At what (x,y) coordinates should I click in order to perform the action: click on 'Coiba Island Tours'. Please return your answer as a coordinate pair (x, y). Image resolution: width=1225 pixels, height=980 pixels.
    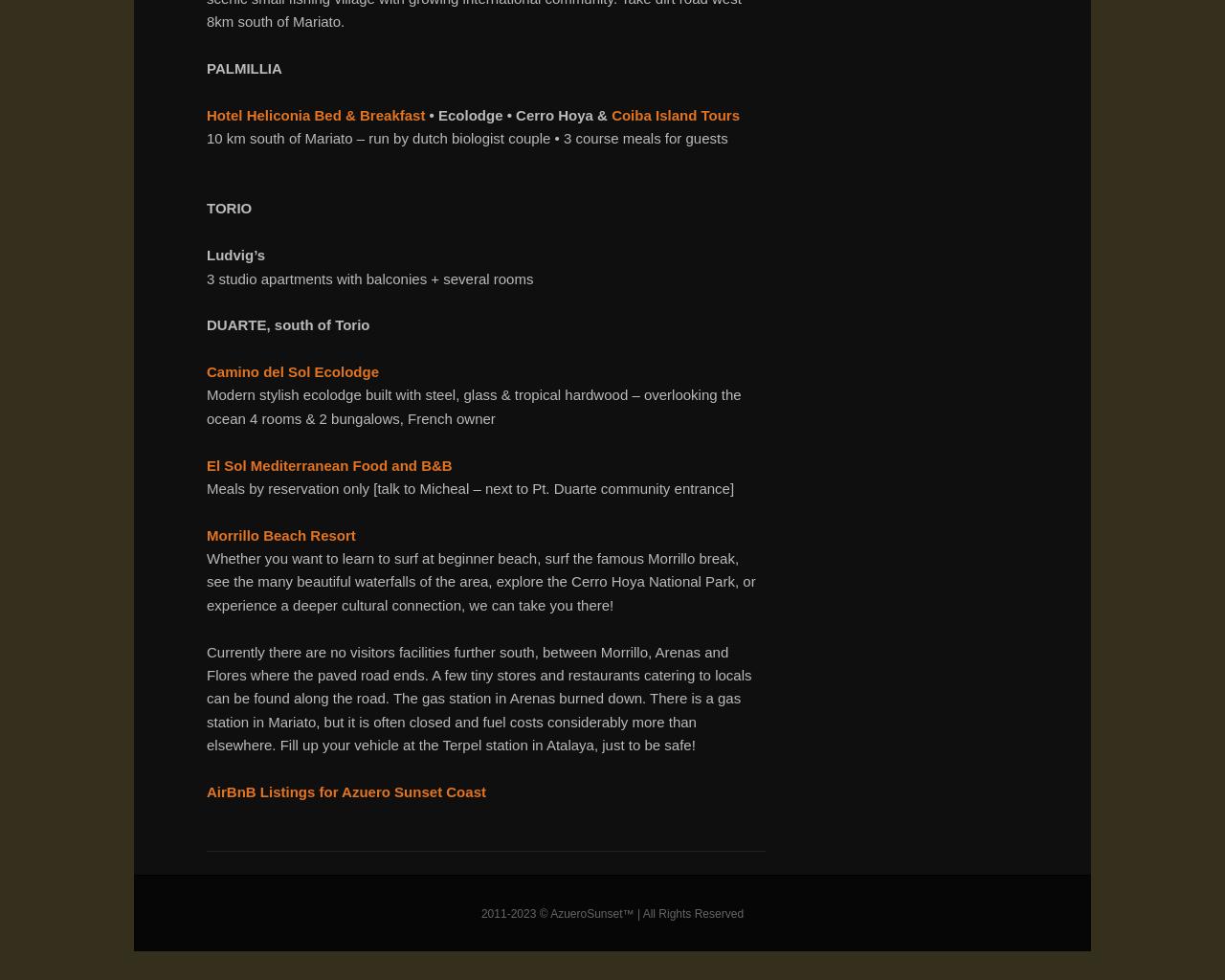
    Looking at the image, I should click on (676, 114).